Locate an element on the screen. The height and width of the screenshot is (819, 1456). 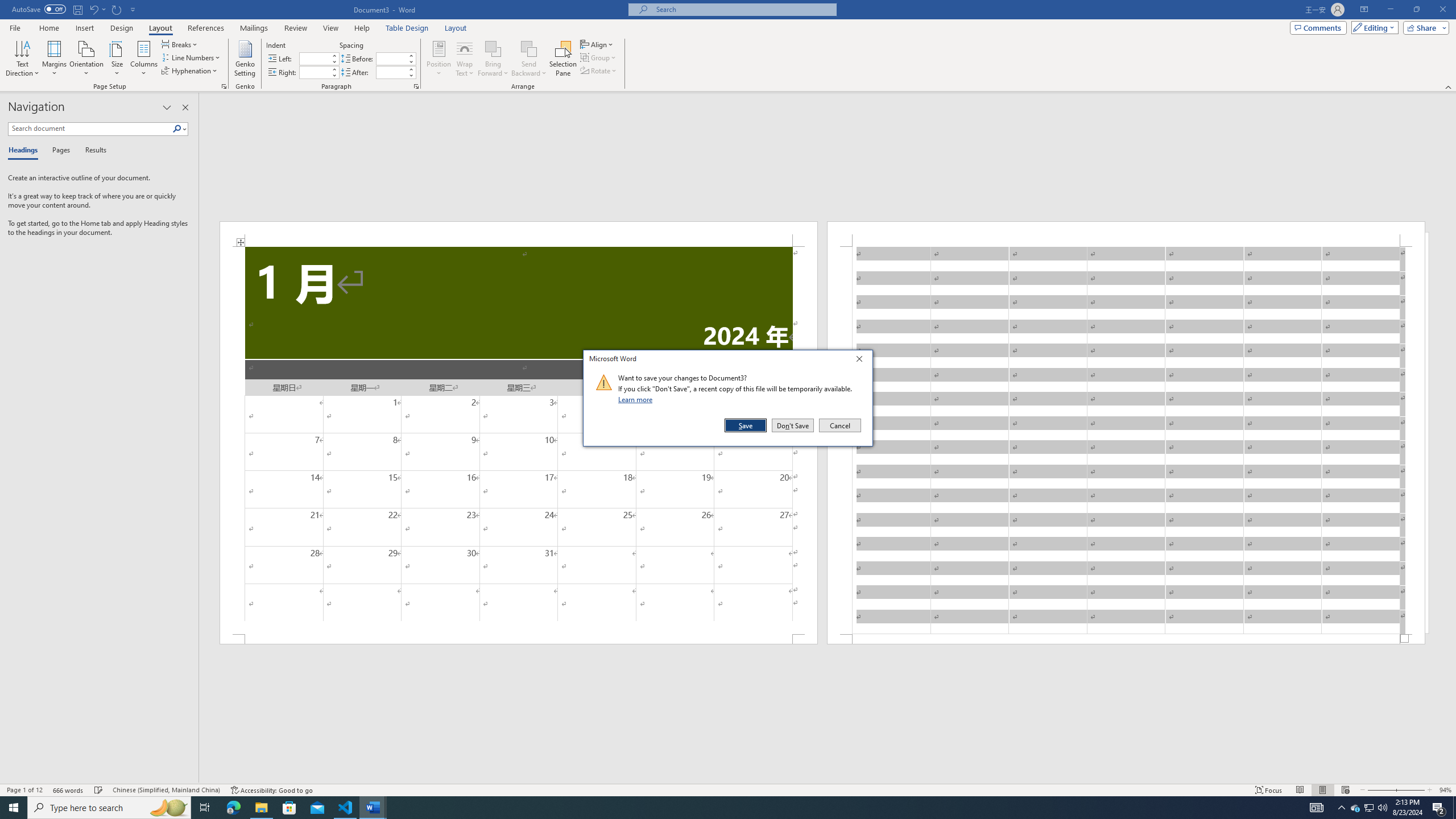
'Action Center, 2 new notifications' is located at coordinates (1439, 806).